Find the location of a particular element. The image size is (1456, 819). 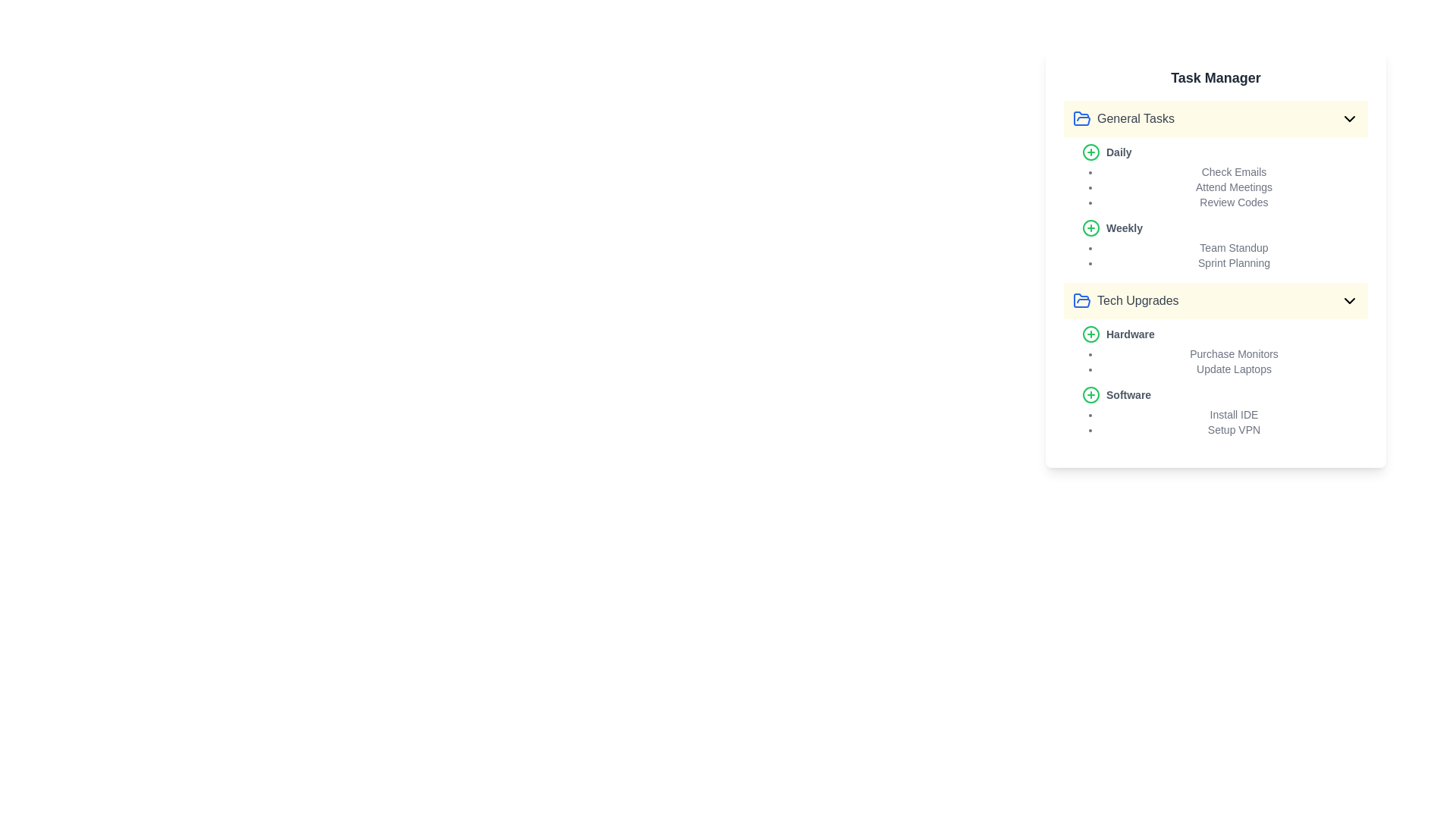

the List item group under the 'Weekly' section of the task hierarchy, positioned below 'General Tasks' is located at coordinates (1225, 254).